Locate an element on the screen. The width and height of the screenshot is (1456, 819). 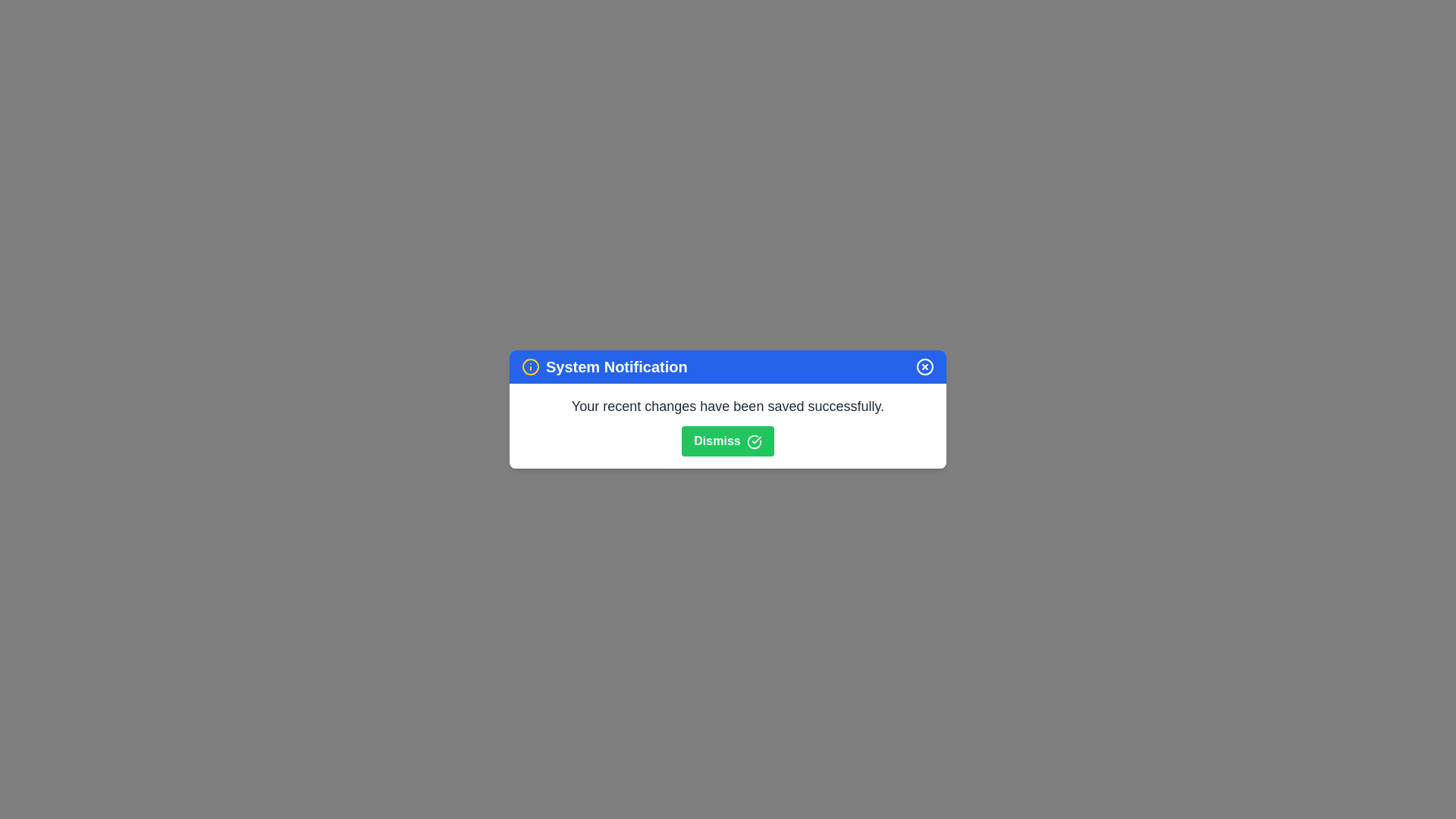
the information icon to interact with it is located at coordinates (531, 366).